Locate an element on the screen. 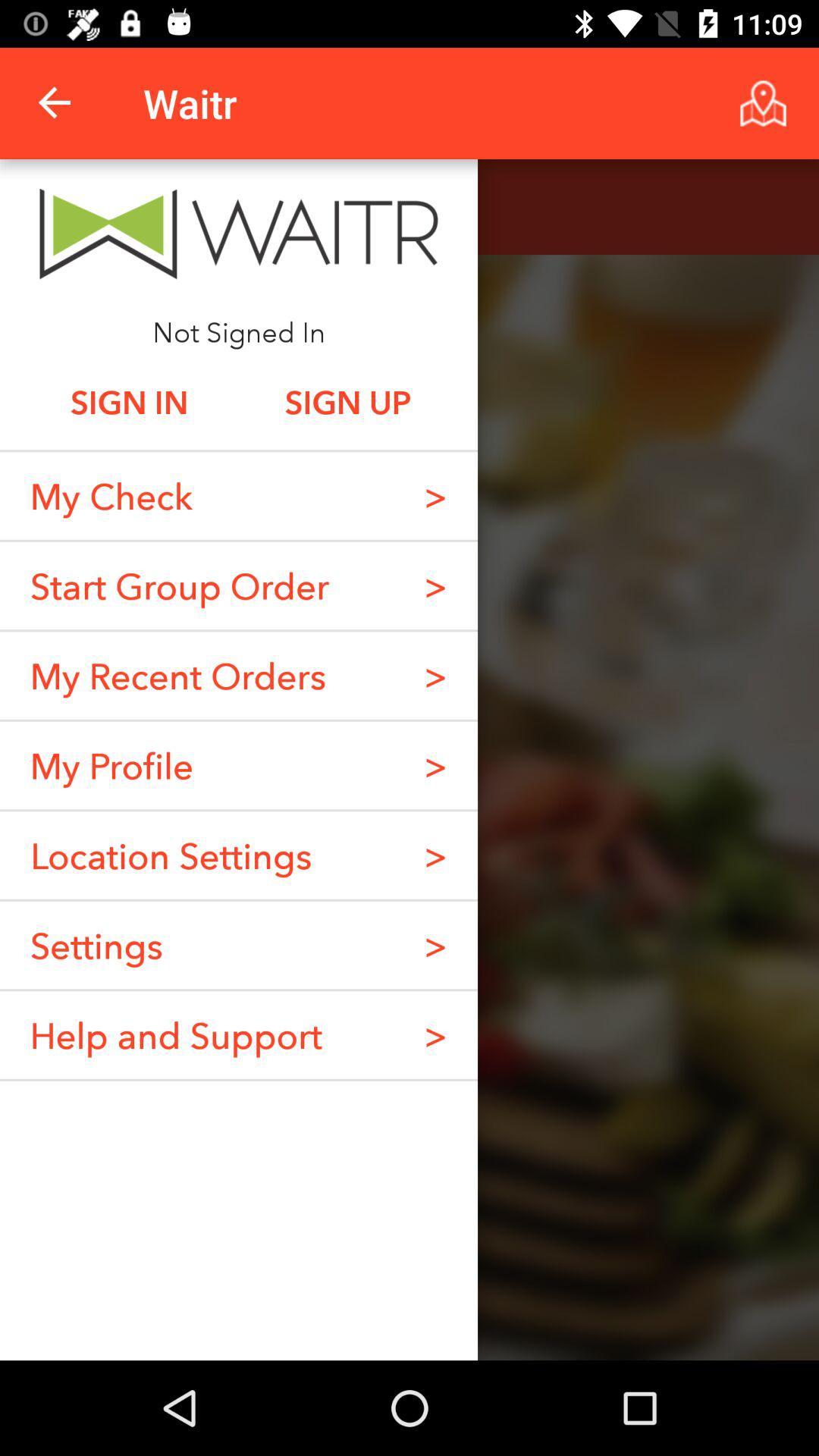 Image resolution: width=819 pixels, height=1456 pixels. item next to the waitr is located at coordinates (55, 102).